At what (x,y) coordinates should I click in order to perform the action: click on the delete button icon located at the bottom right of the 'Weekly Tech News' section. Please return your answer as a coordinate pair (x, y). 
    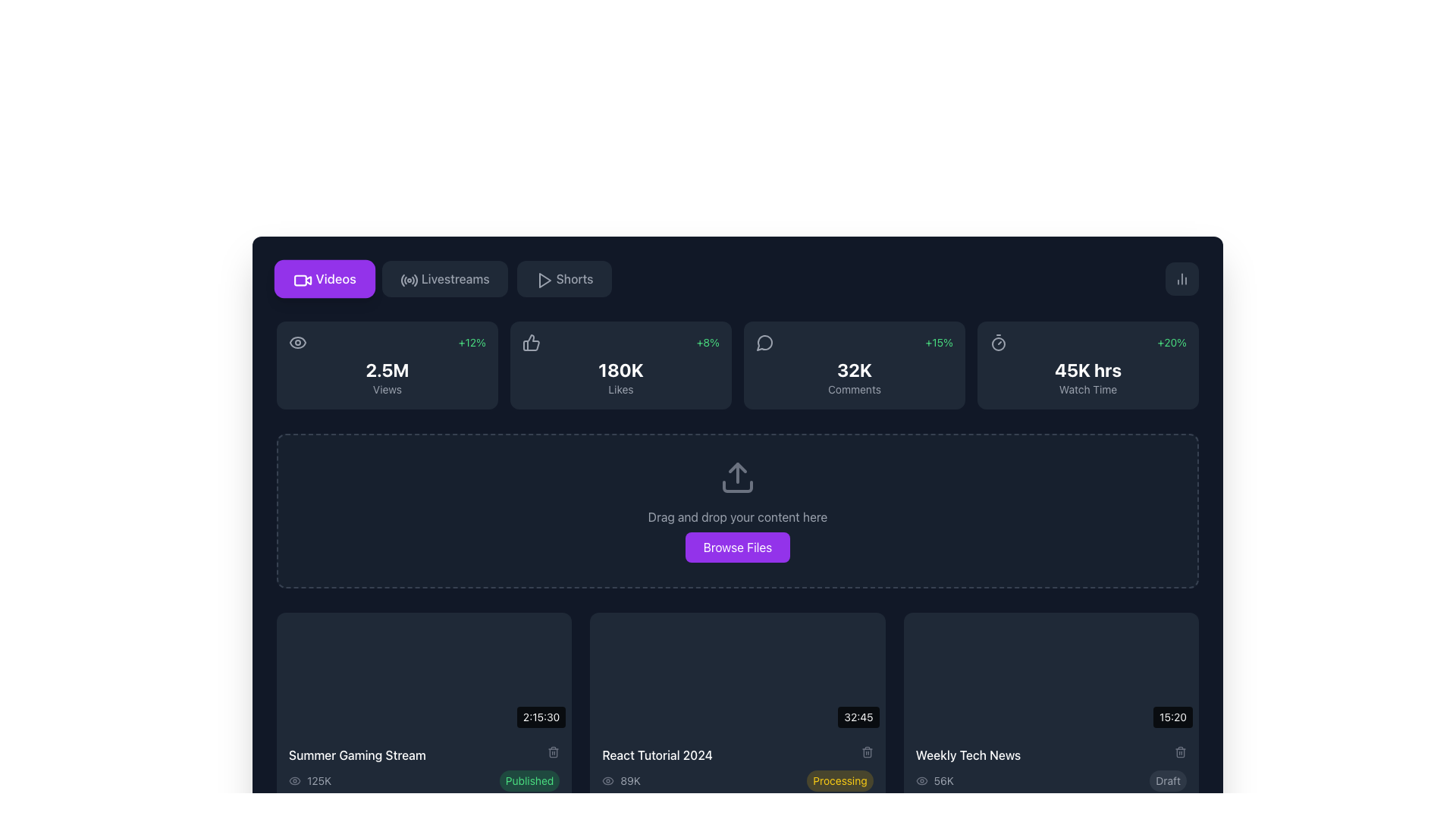
    Looking at the image, I should click on (1179, 752).